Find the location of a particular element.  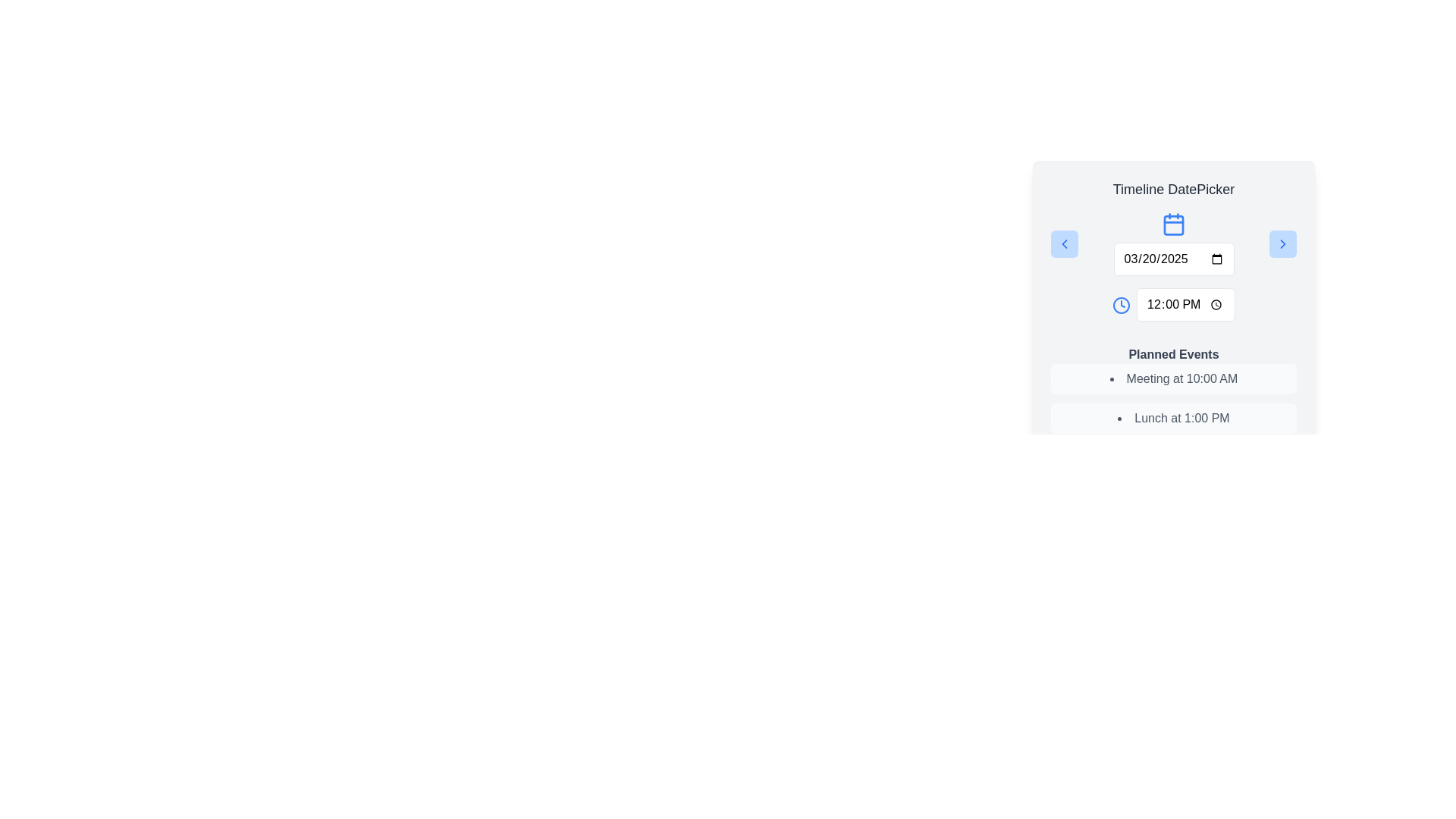

the leftmost button in the date picker interface that allows users to navigate to the previous date or period is located at coordinates (1063, 243).